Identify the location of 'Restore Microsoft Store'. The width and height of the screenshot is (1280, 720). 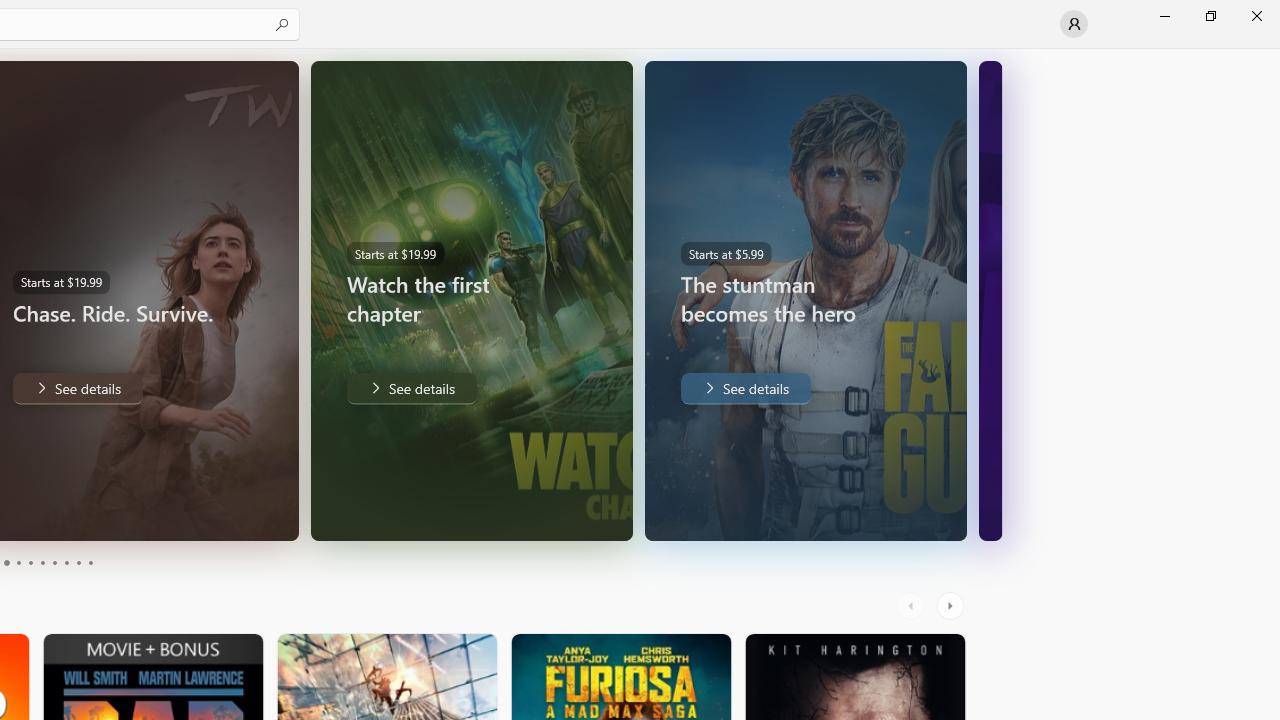
(1209, 15).